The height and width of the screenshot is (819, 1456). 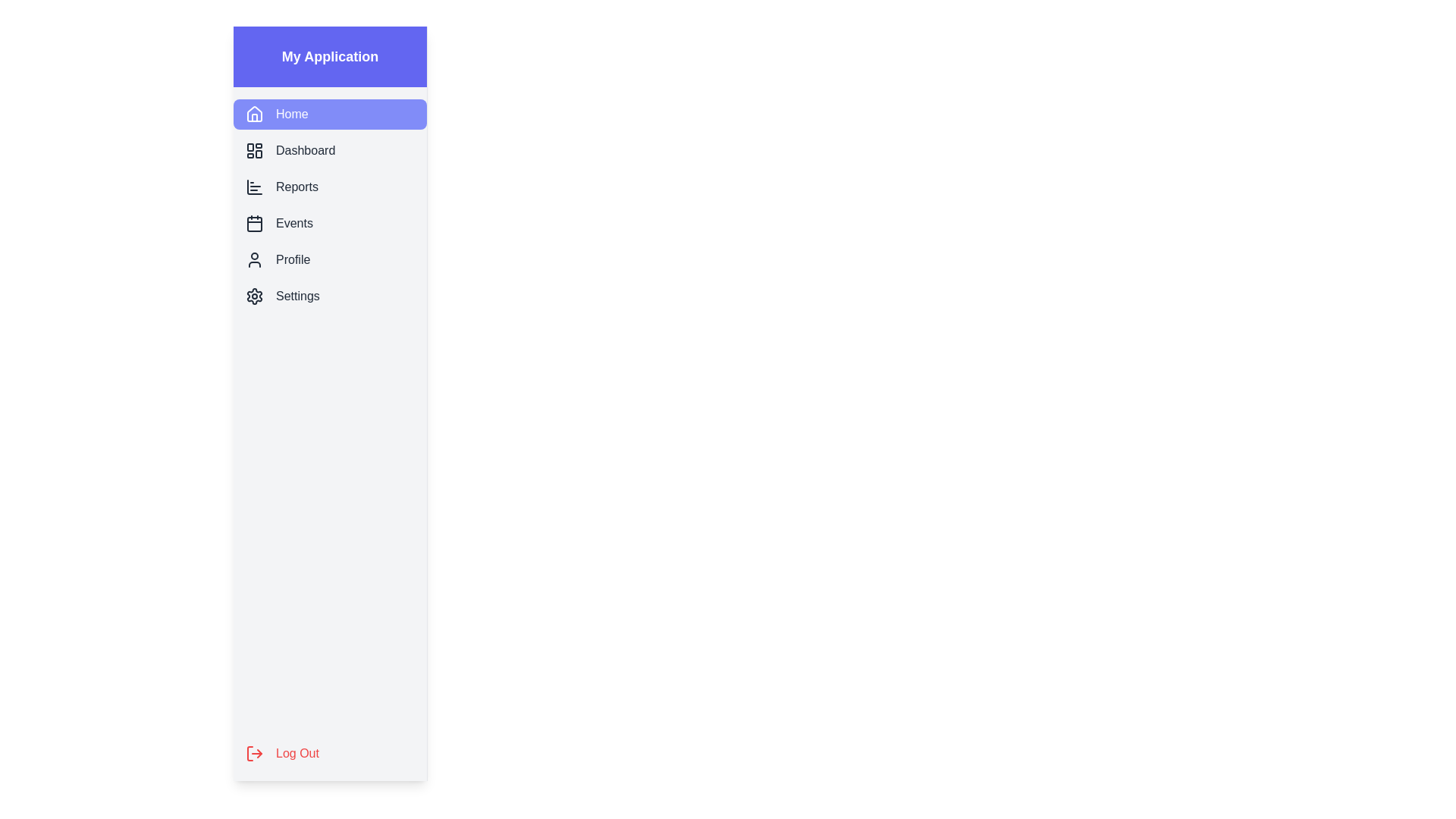 What do you see at coordinates (305, 151) in the screenshot?
I see `the 'Dashboard' text label in the vertical navigation menu` at bounding box center [305, 151].